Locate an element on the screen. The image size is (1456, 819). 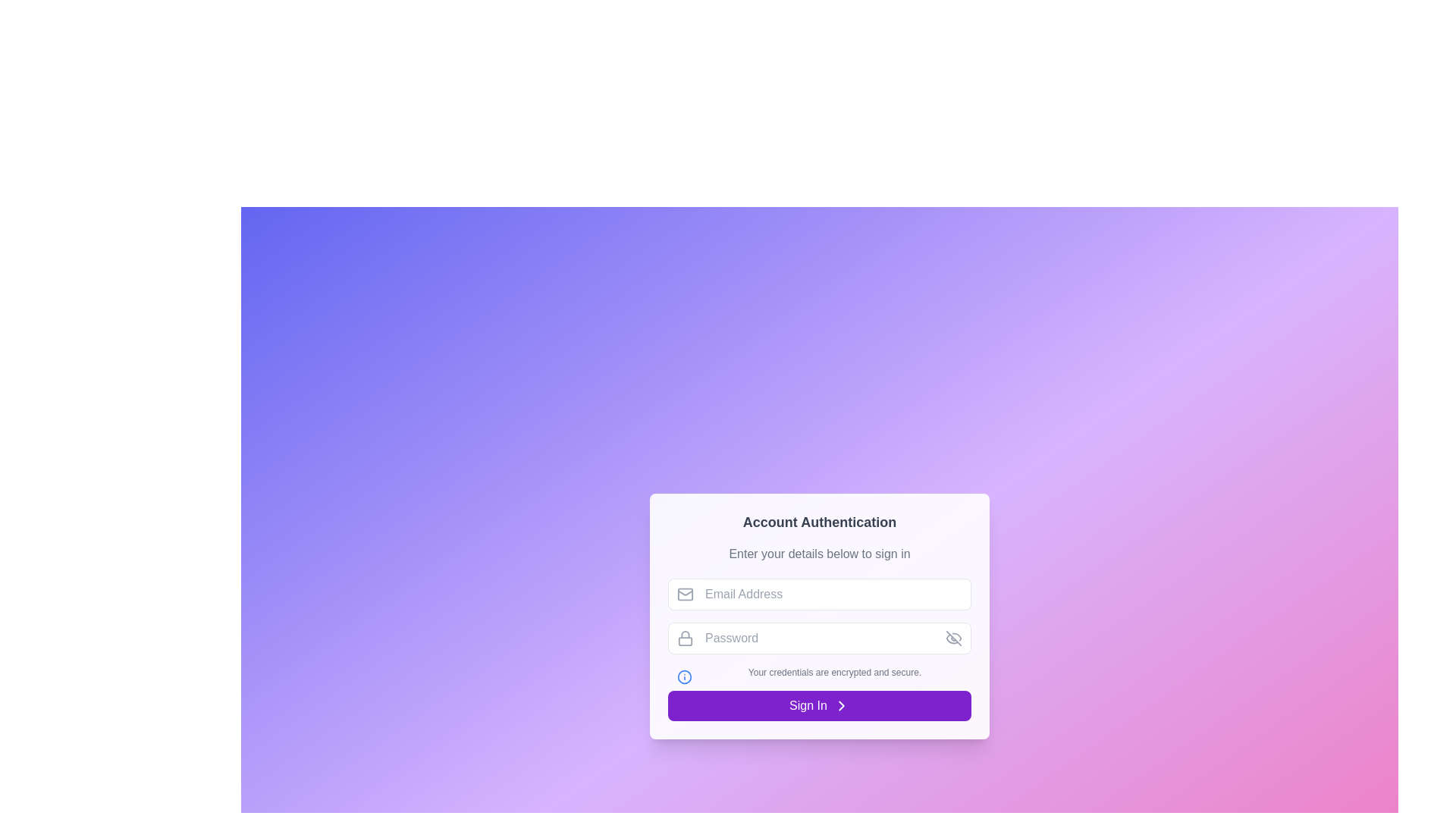
the white arrow icon located at the far right side of the purple 'Sign In' button, which is positioned near the bottom center of the login form is located at coordinates (840, 705).